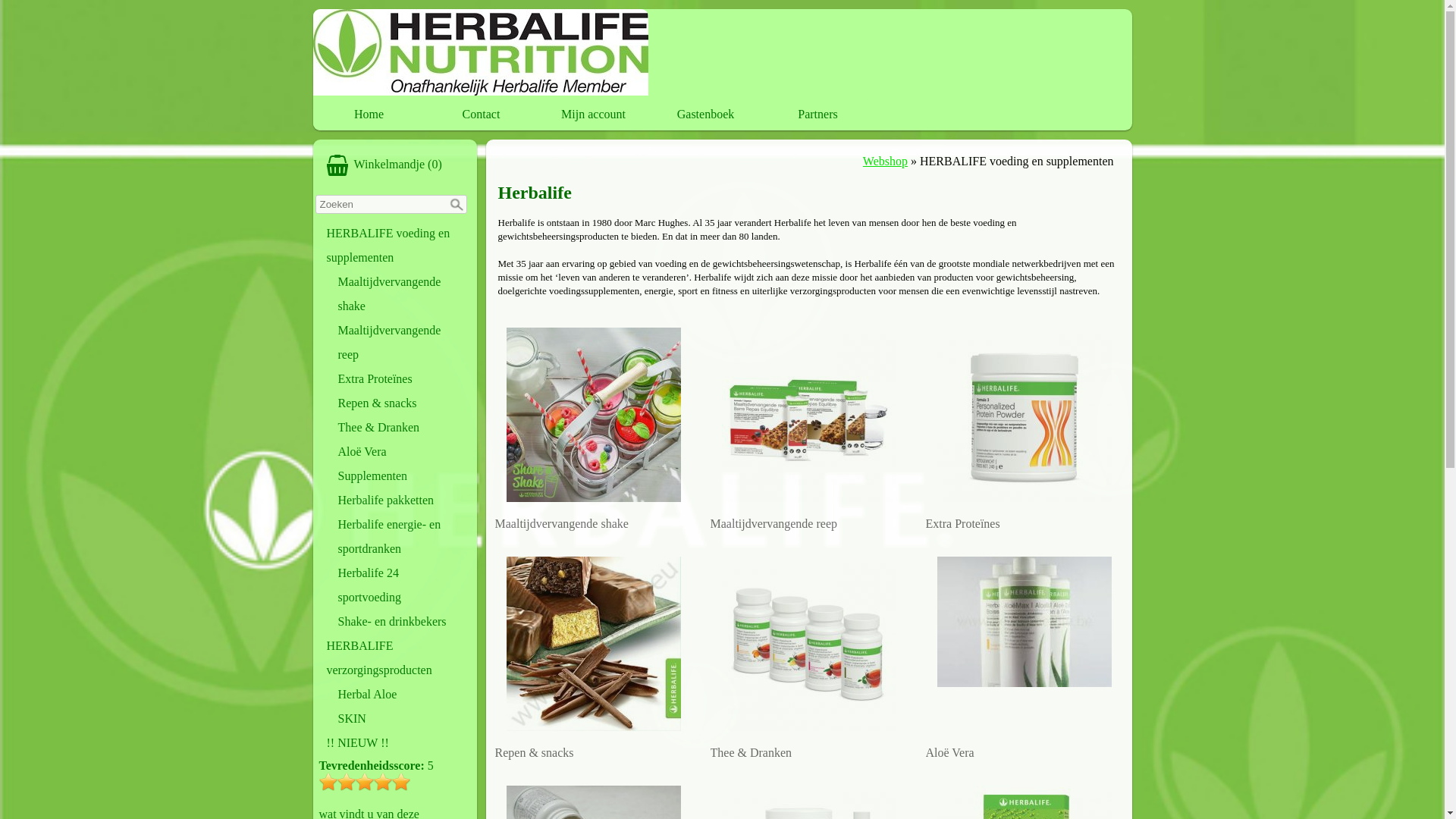 This screenshot has width=1456, height=819. I want to click on 'SKIN', so click(325, 718).